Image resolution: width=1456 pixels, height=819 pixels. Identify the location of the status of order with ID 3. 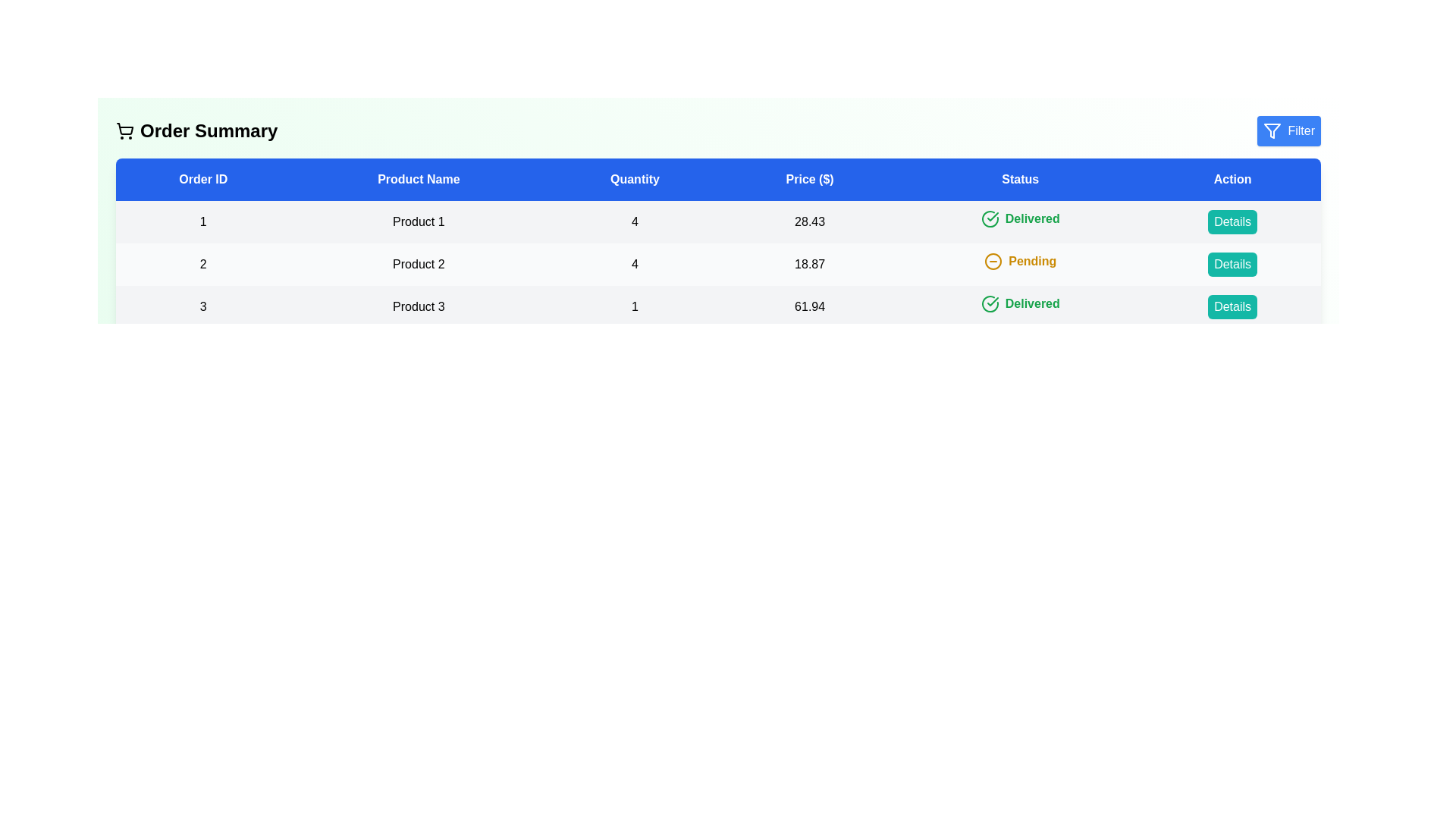
(1019, 304).